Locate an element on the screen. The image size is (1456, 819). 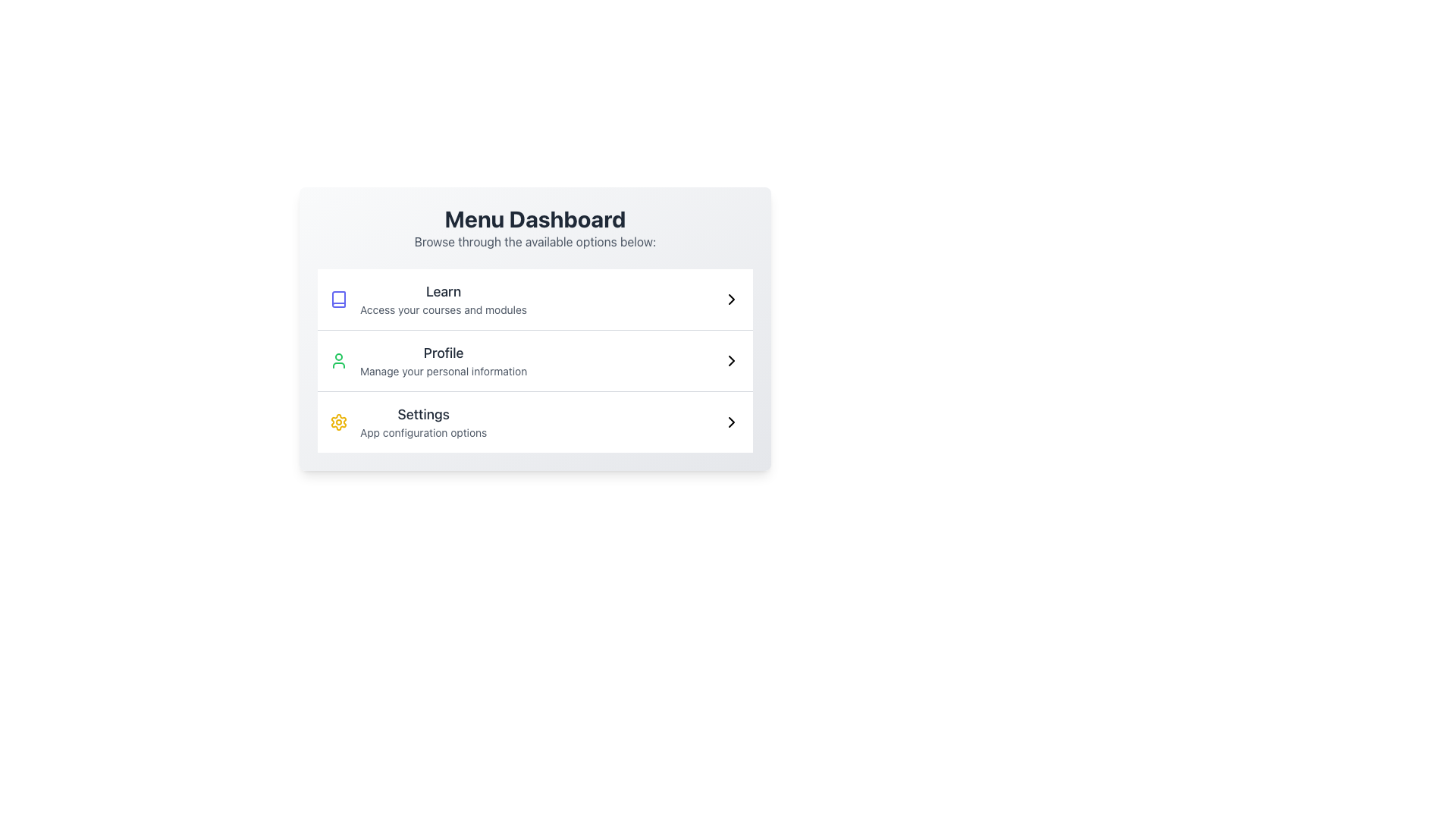
the navigational button located in the Menu Dashboard section is located at coordinates (535, 359).